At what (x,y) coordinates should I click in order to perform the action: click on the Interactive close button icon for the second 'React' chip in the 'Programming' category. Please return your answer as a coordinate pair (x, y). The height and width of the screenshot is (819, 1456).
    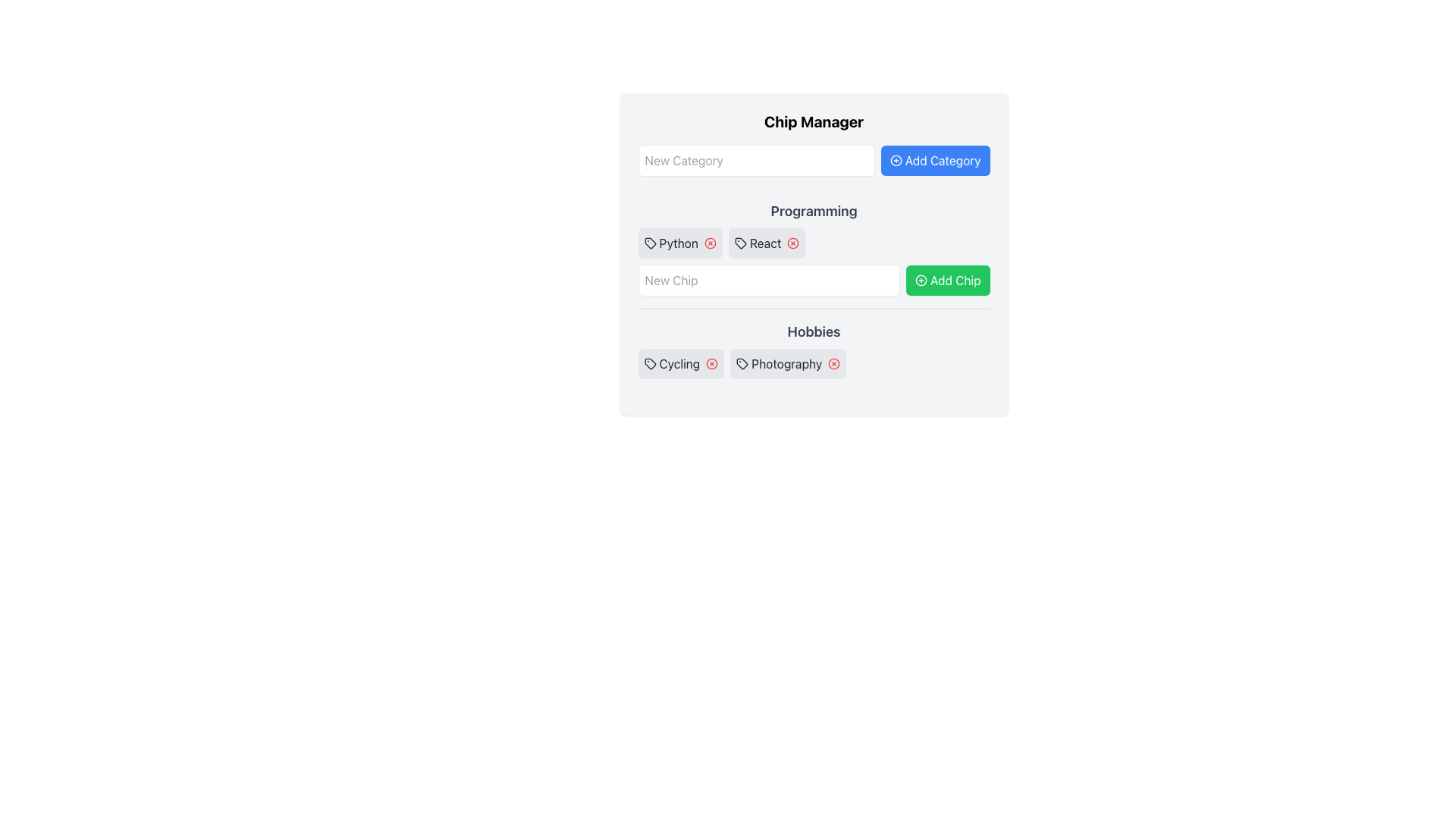
    Looking at the image, I should click on (792, 242).